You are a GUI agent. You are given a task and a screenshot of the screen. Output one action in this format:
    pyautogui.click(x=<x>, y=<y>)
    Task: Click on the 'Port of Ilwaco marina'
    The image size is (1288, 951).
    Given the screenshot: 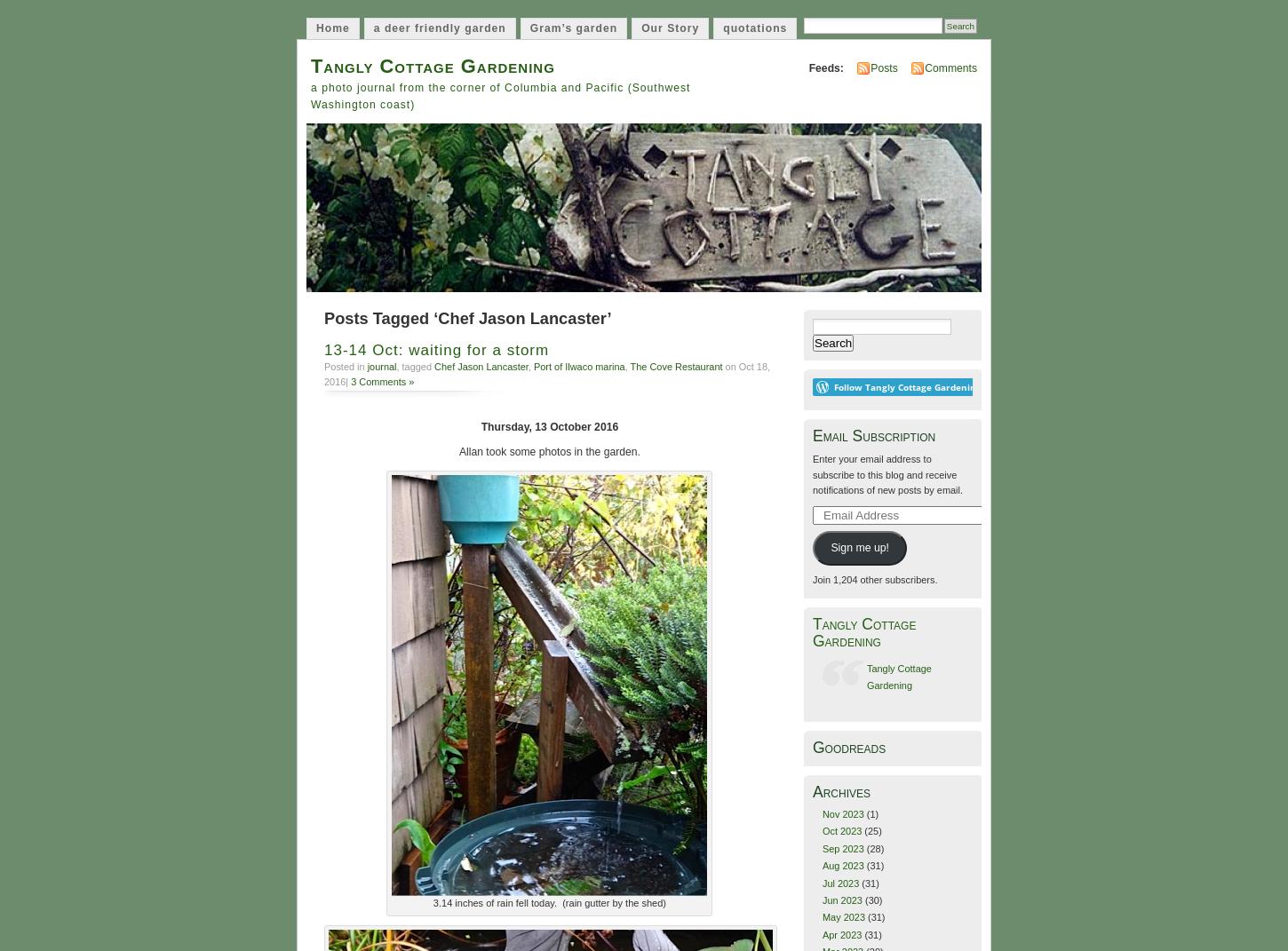 What is the action you would take?
    pyautogui.click(x=577, y=366)
    